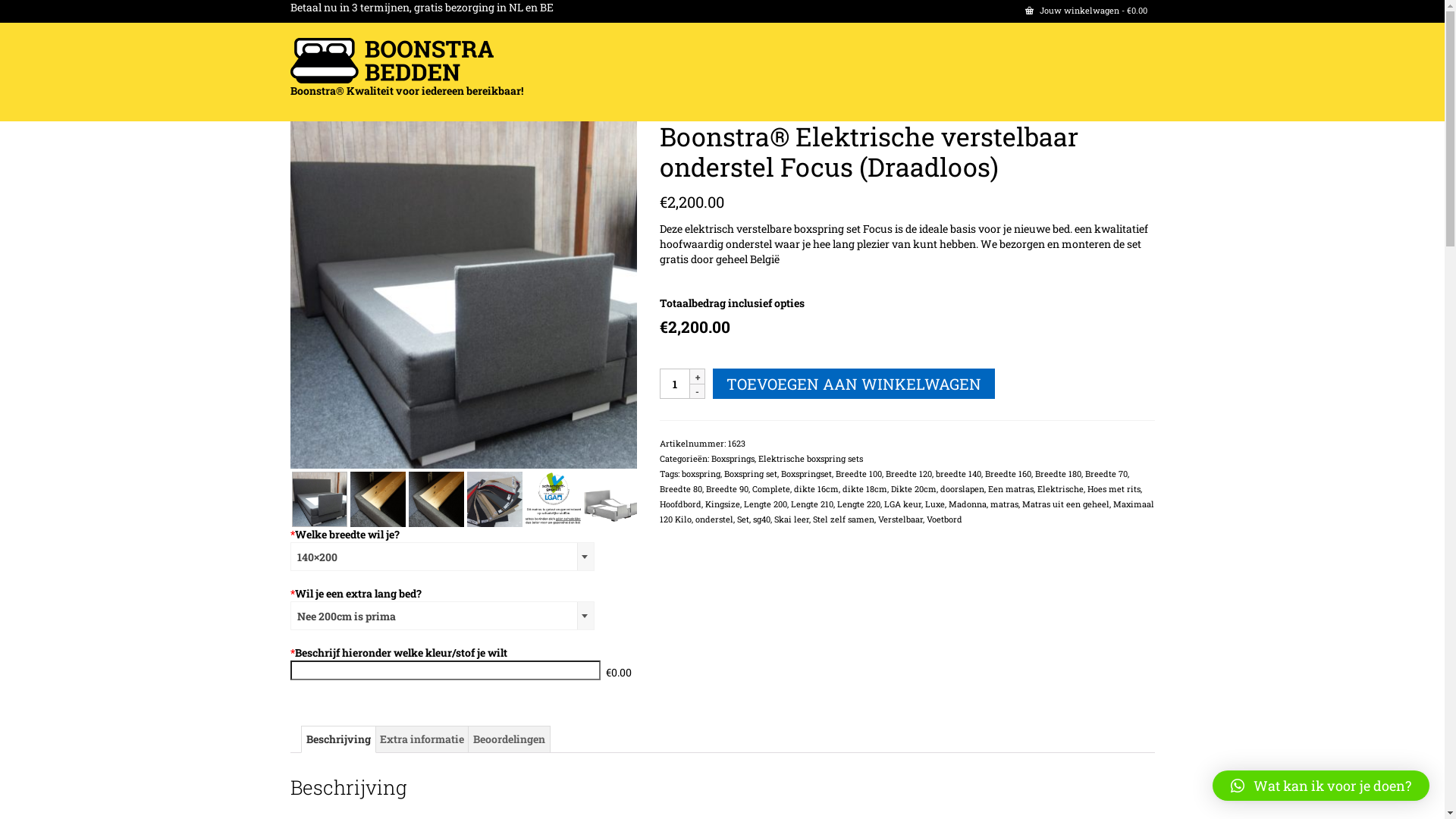  Describe the element at coordinates (462, 295) in the screenshot. I see `'DSC04525'` at that location.